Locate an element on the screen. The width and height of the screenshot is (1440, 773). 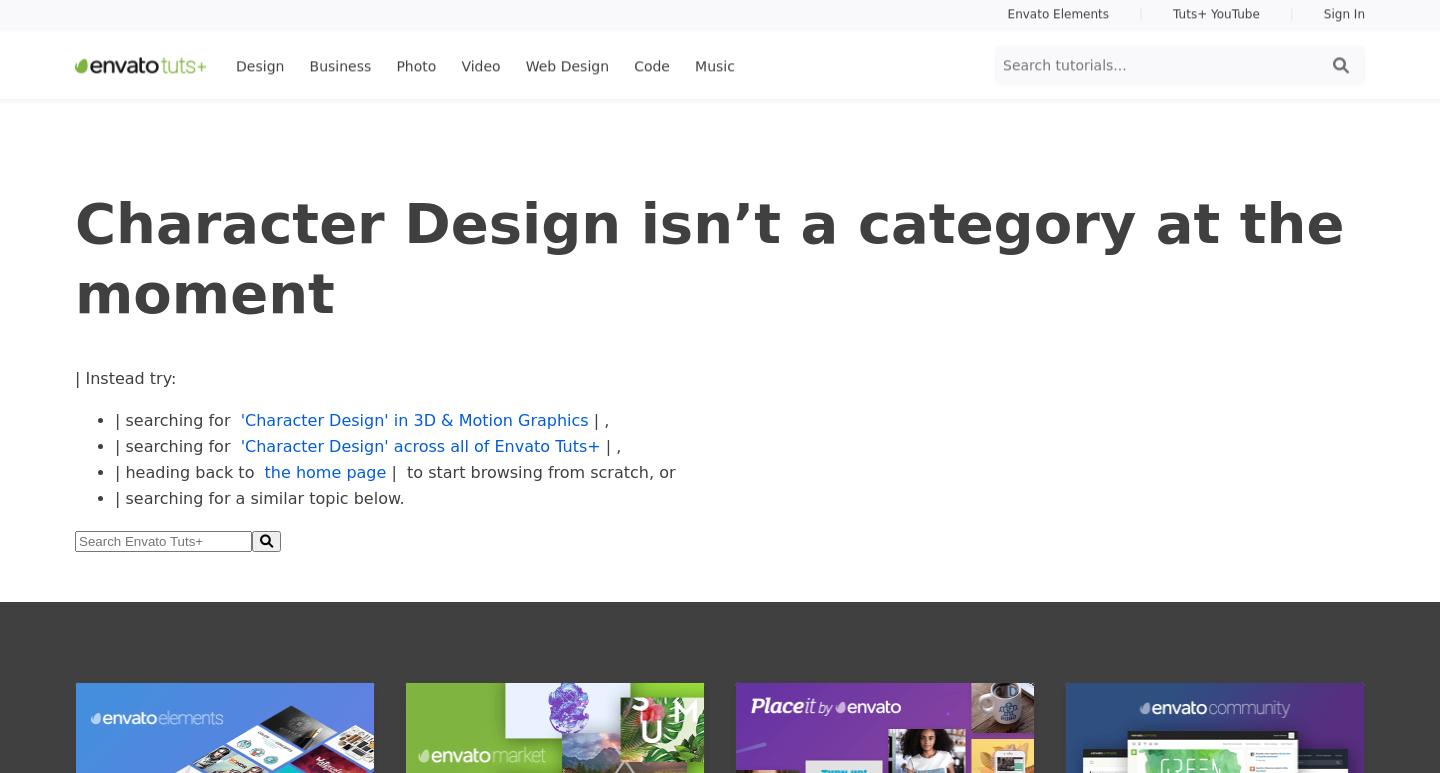
''Character Design' across all of Envato Tuts+' is located at coordinates (419, 446).